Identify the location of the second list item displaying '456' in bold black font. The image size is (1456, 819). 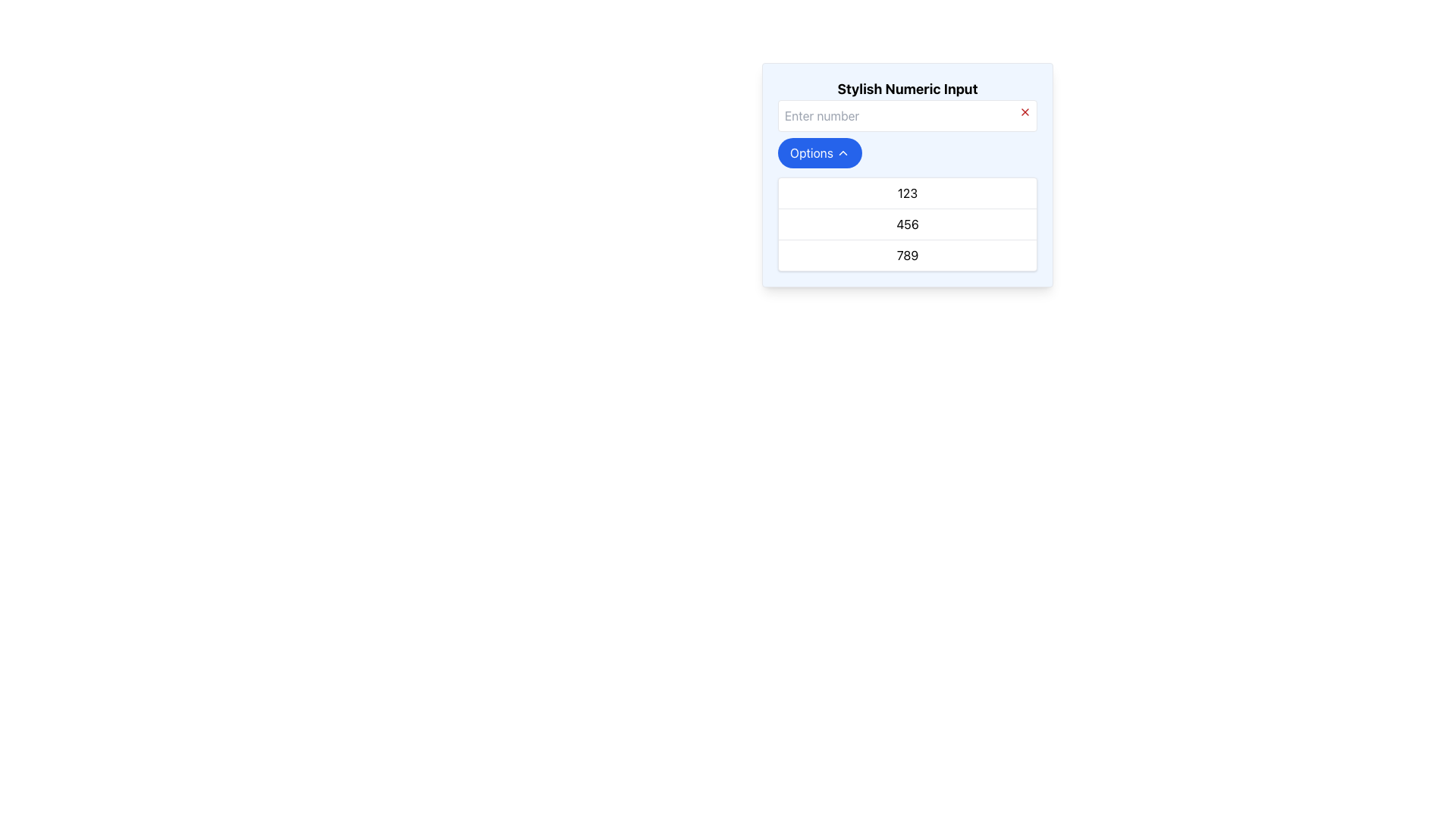
(907, 223).